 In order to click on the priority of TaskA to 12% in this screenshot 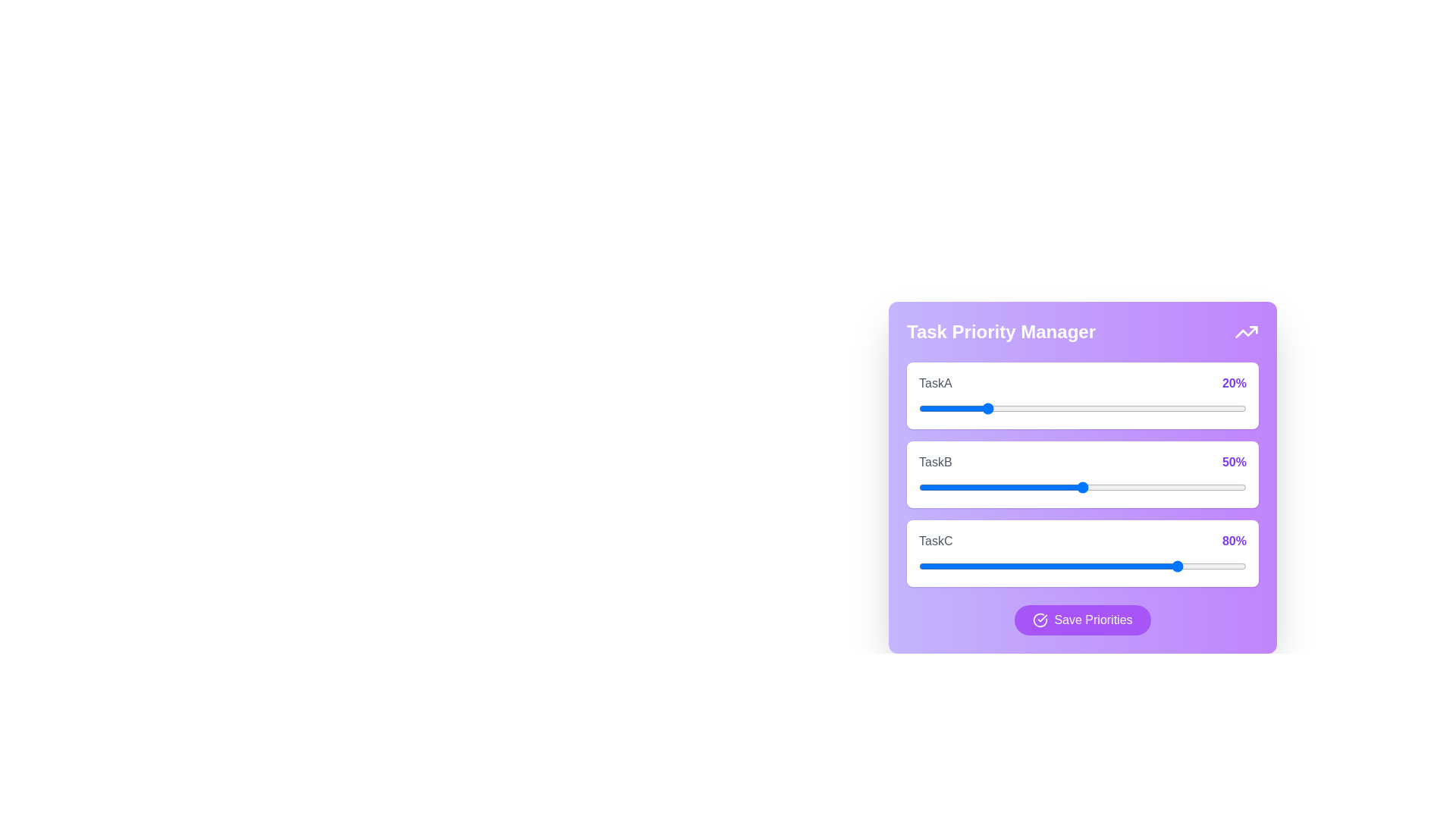, I will do `click(957, 408)`.